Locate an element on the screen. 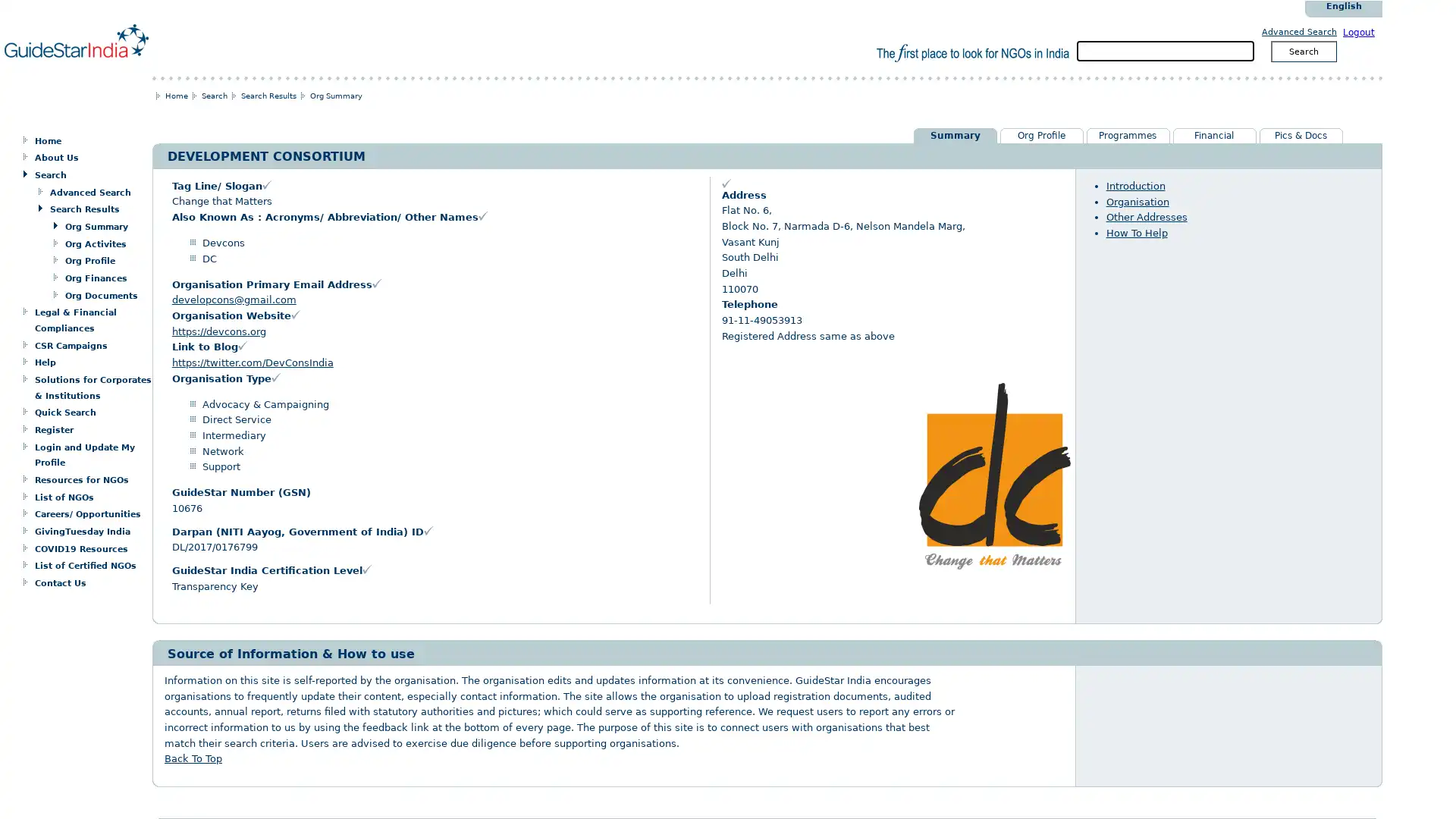 The height and width of the screenshot is (819, 1456). Search is located at coordinates (1302, 49).